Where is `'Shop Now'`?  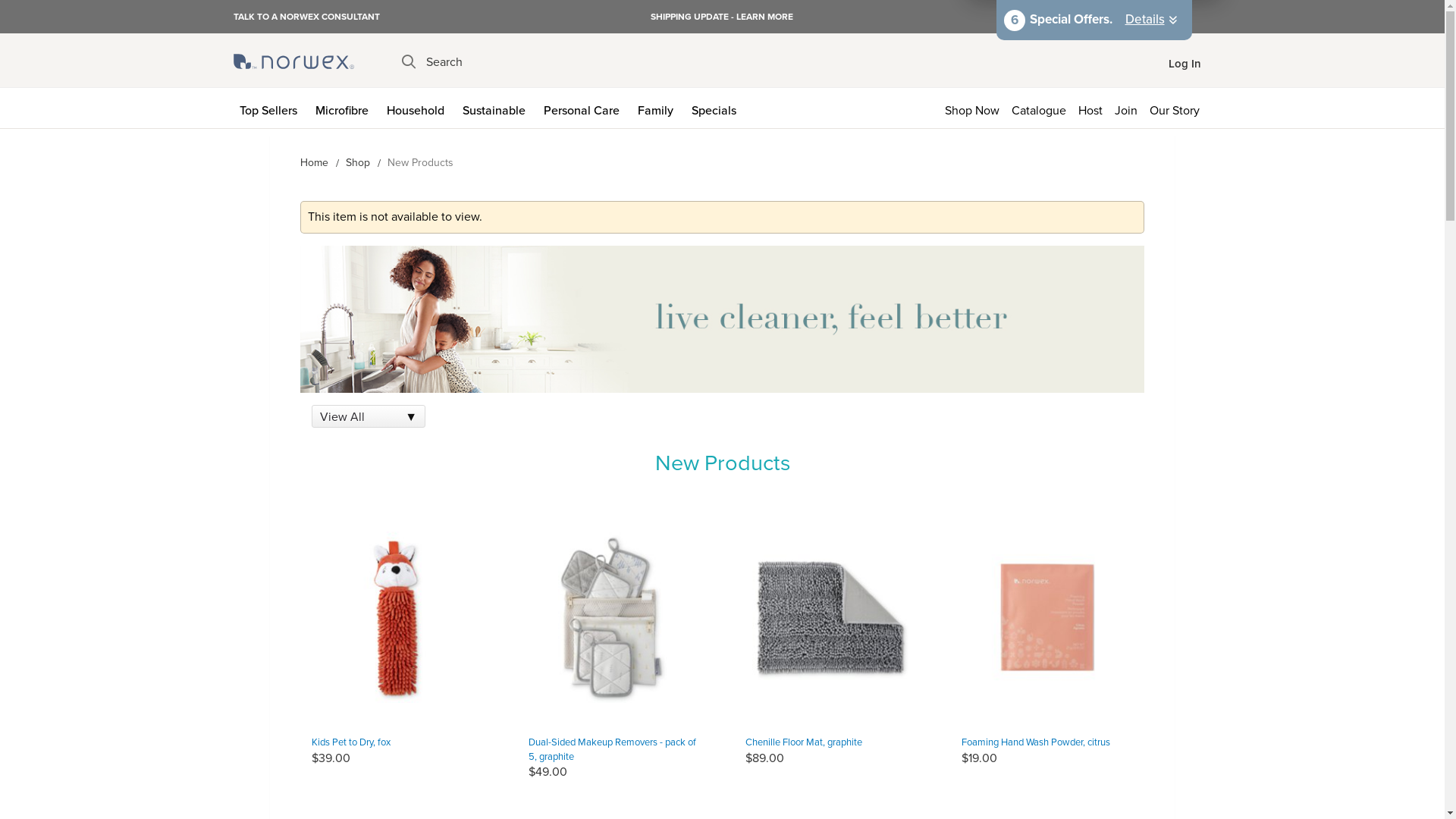
'Shop Now' is located at coordinates (938, 107).